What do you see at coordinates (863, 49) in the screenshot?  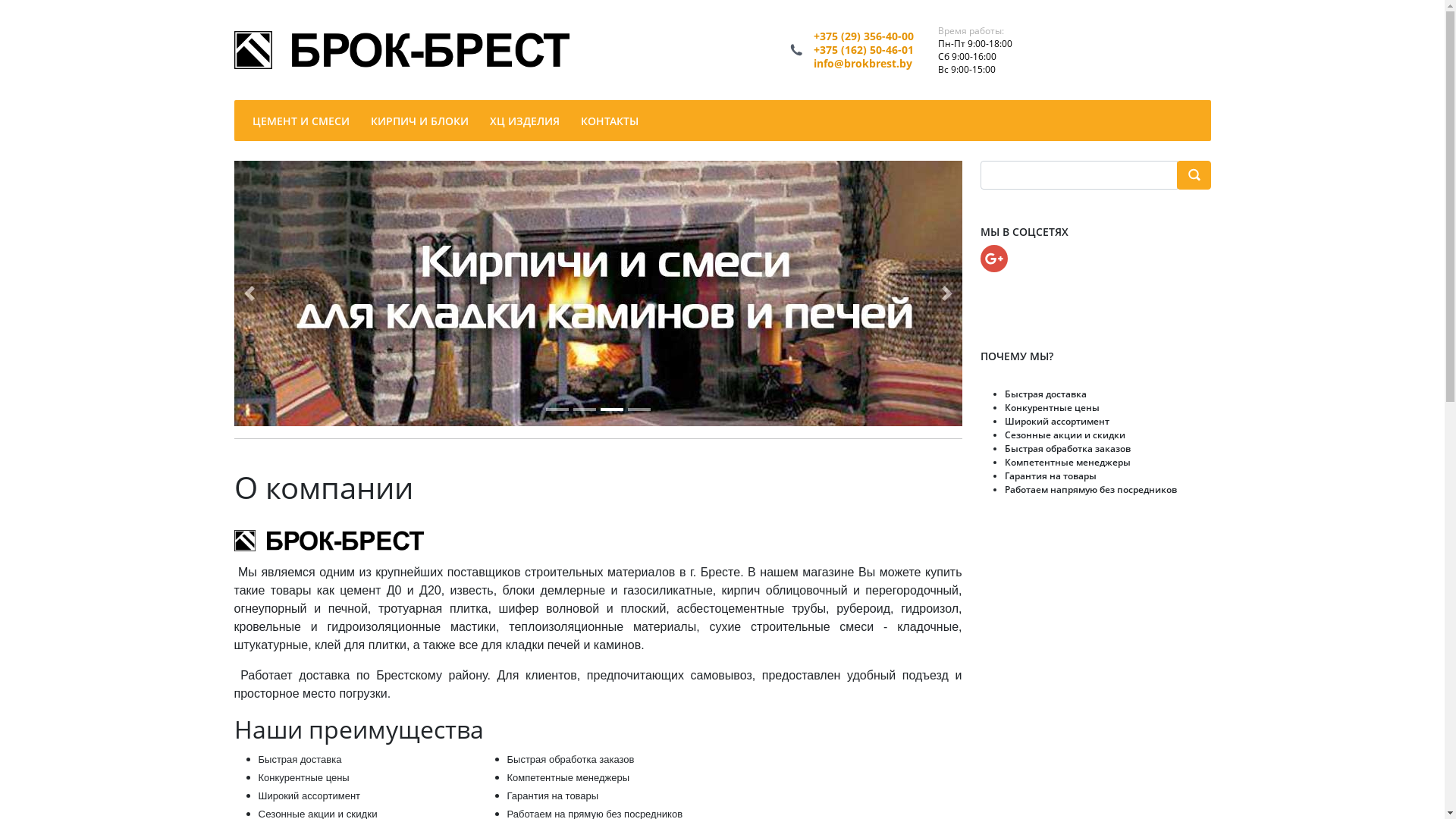 I see `'+375 (162) 50-46-01'` at bounding box center [863, 49].